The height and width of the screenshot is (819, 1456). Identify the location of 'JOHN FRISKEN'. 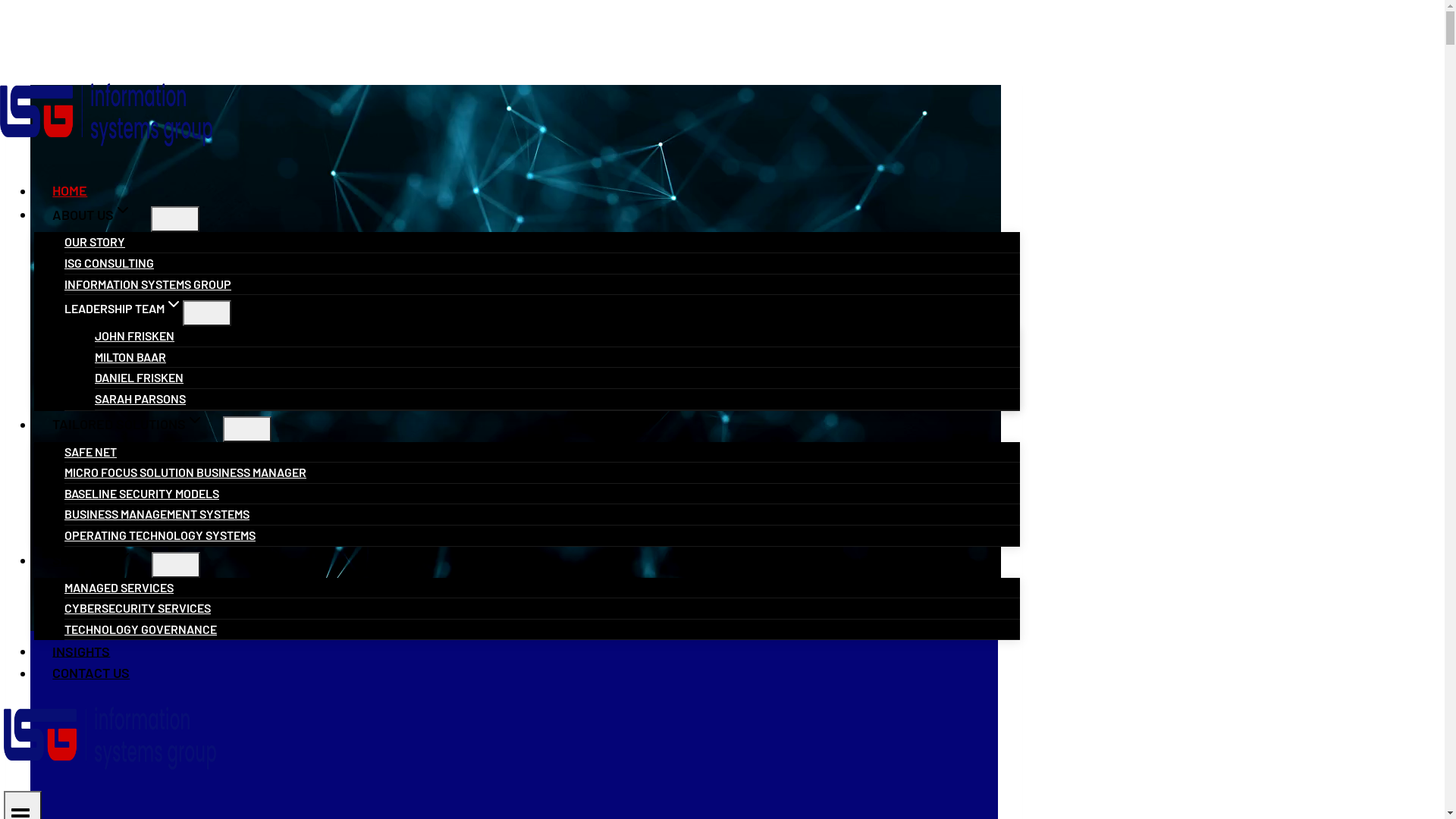
(134, 334).